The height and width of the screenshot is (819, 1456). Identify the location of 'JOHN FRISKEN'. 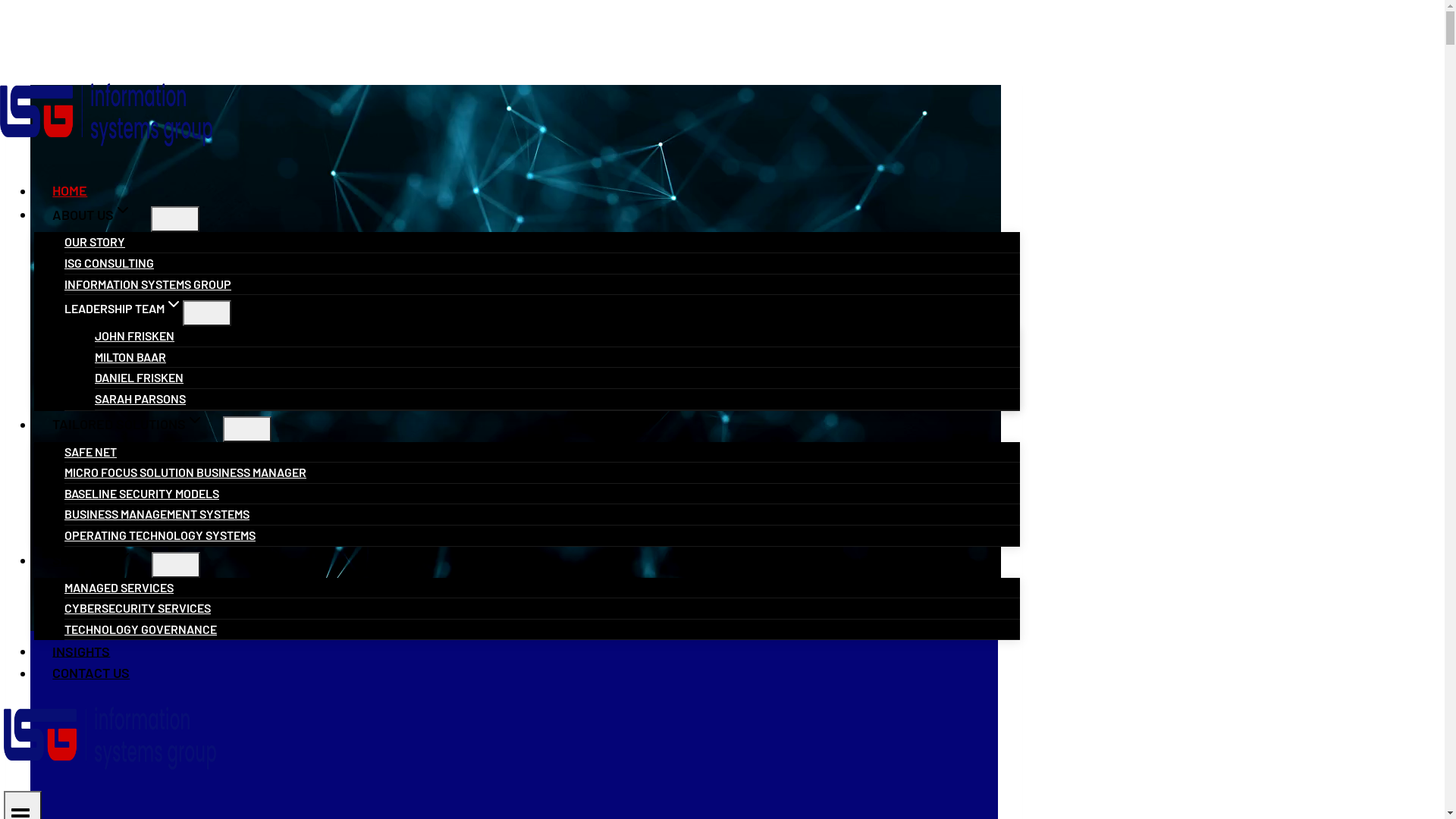
(134, 334).